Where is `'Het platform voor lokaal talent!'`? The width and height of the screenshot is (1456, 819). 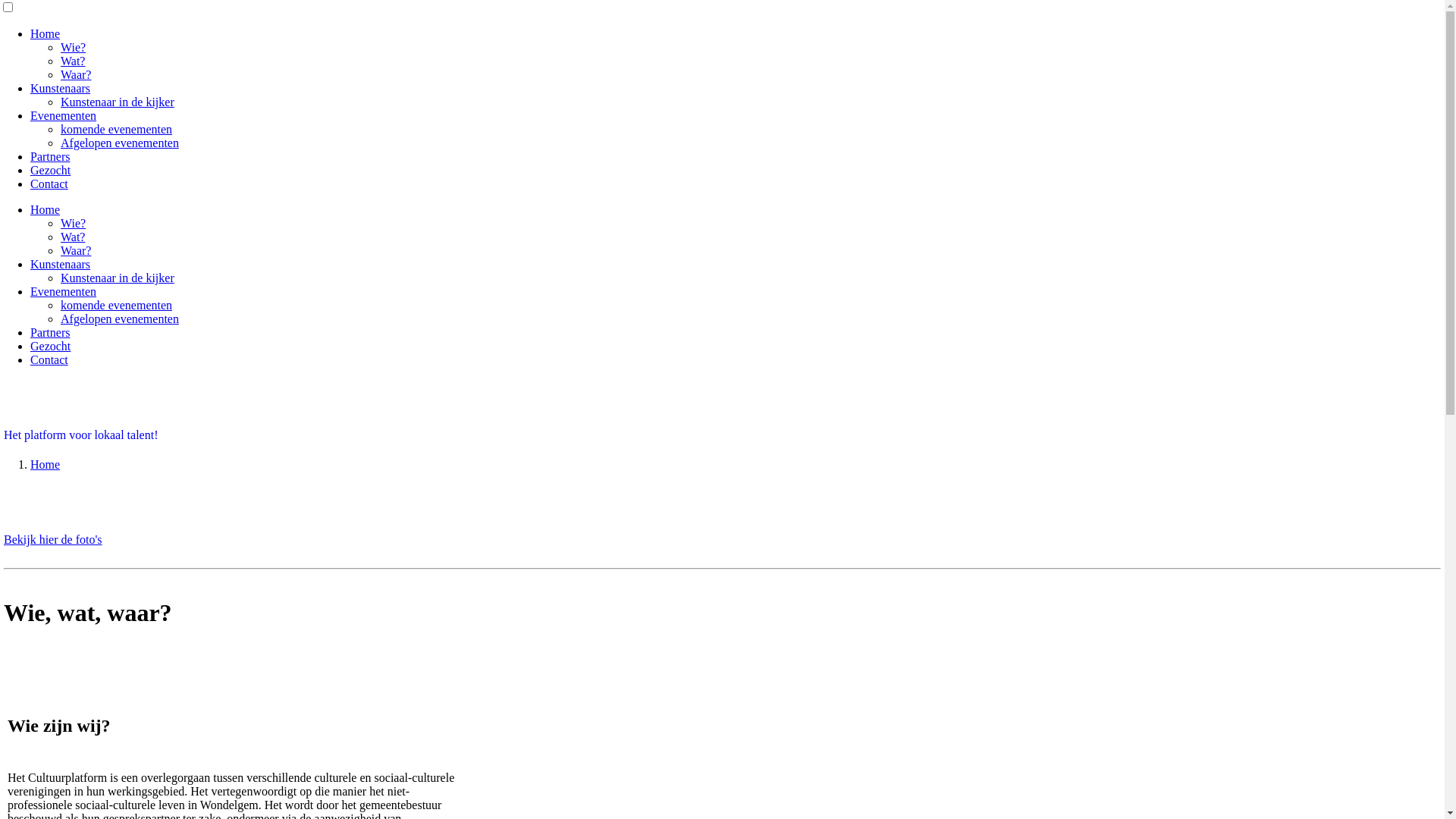
'Het platform voor lokaal talent!' is located at coordinates (80, 435).